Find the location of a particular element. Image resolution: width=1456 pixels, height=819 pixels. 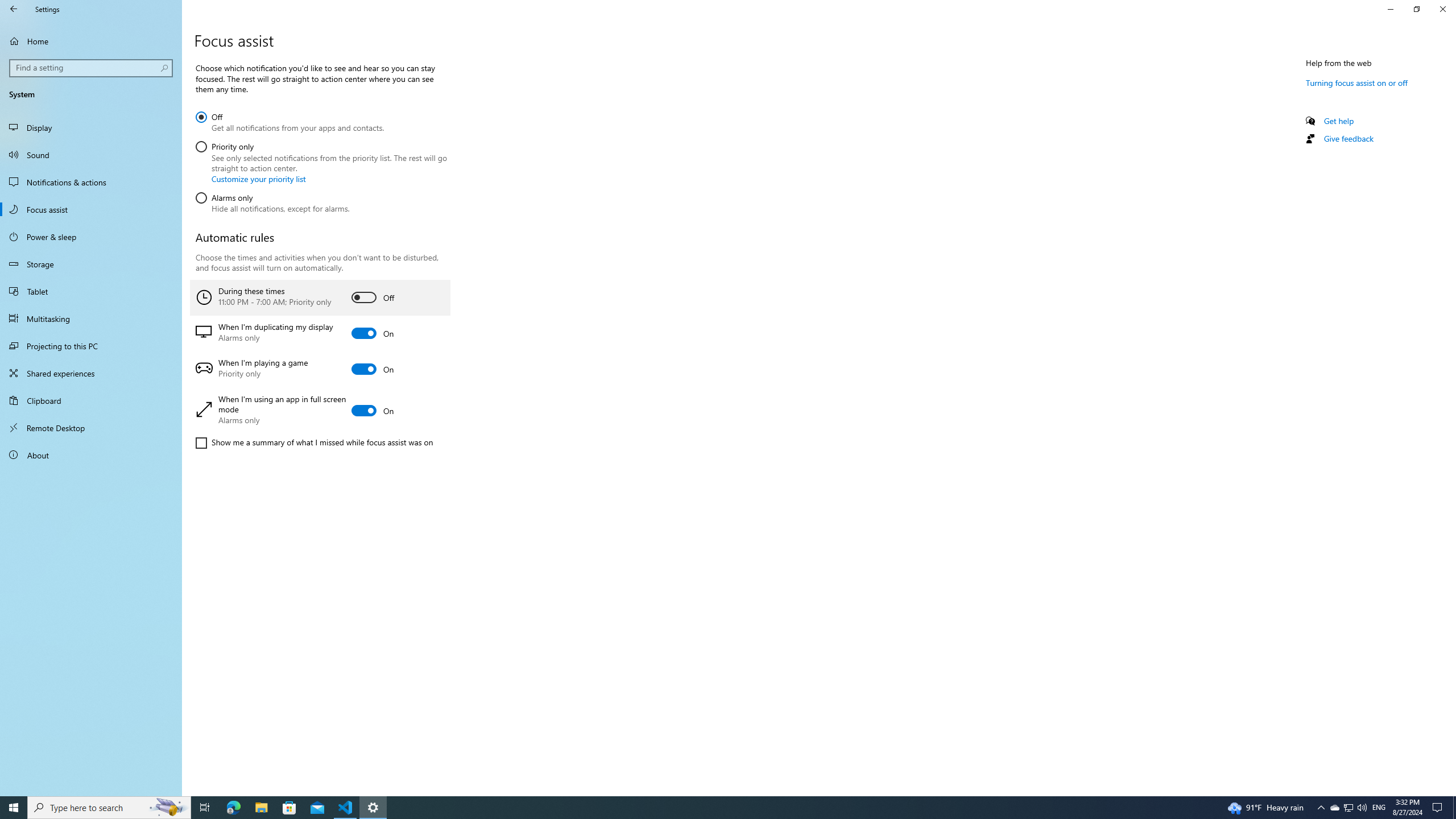

'Back' is located at coordinates (14, 9).